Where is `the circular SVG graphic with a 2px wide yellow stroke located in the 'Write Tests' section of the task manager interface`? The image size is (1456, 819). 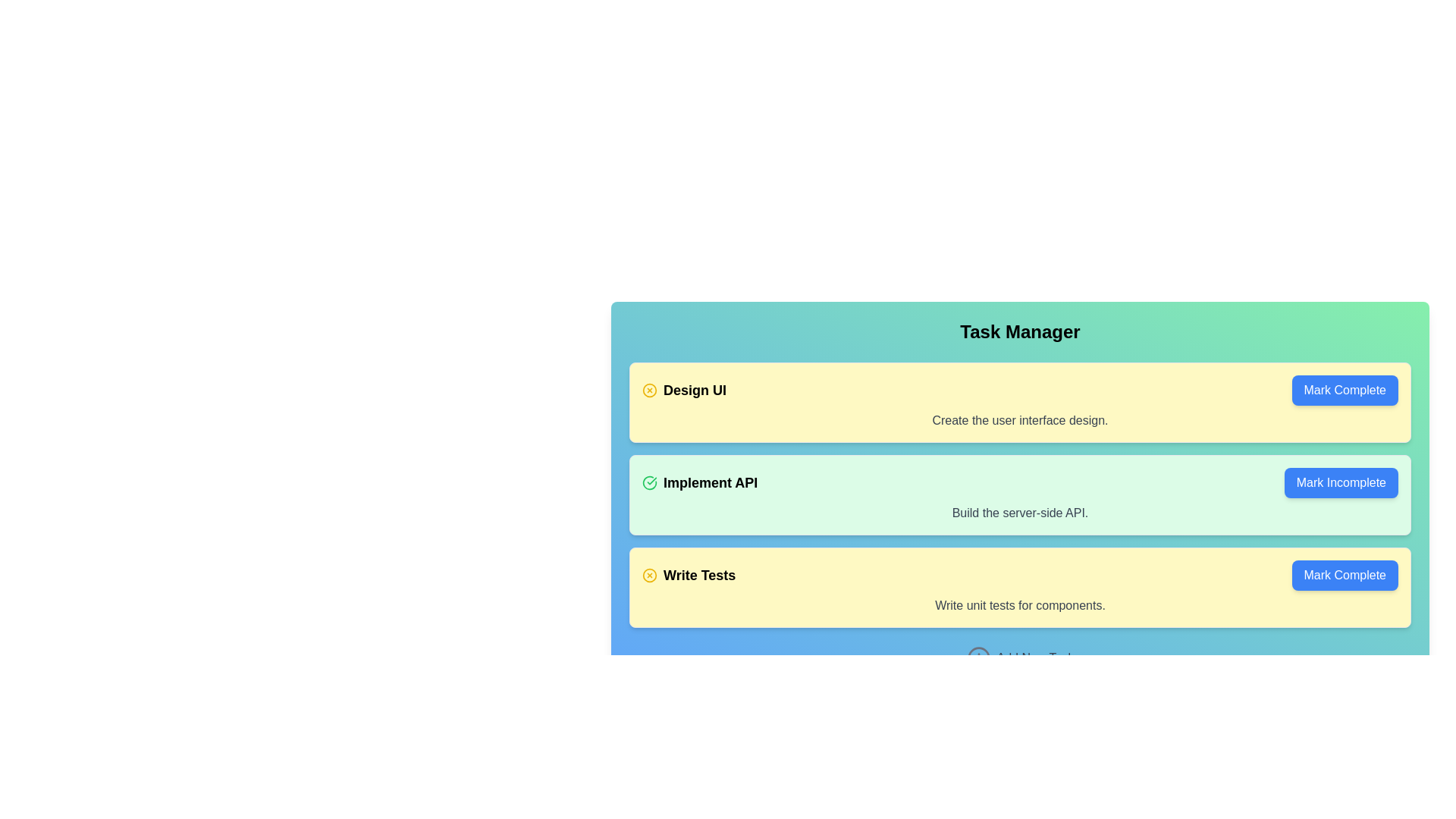
the circular SVG graphic with a 2px wide yellow stroke located in the 'Write Tests' section of the task manager interface is located at coordinates (650, 576).